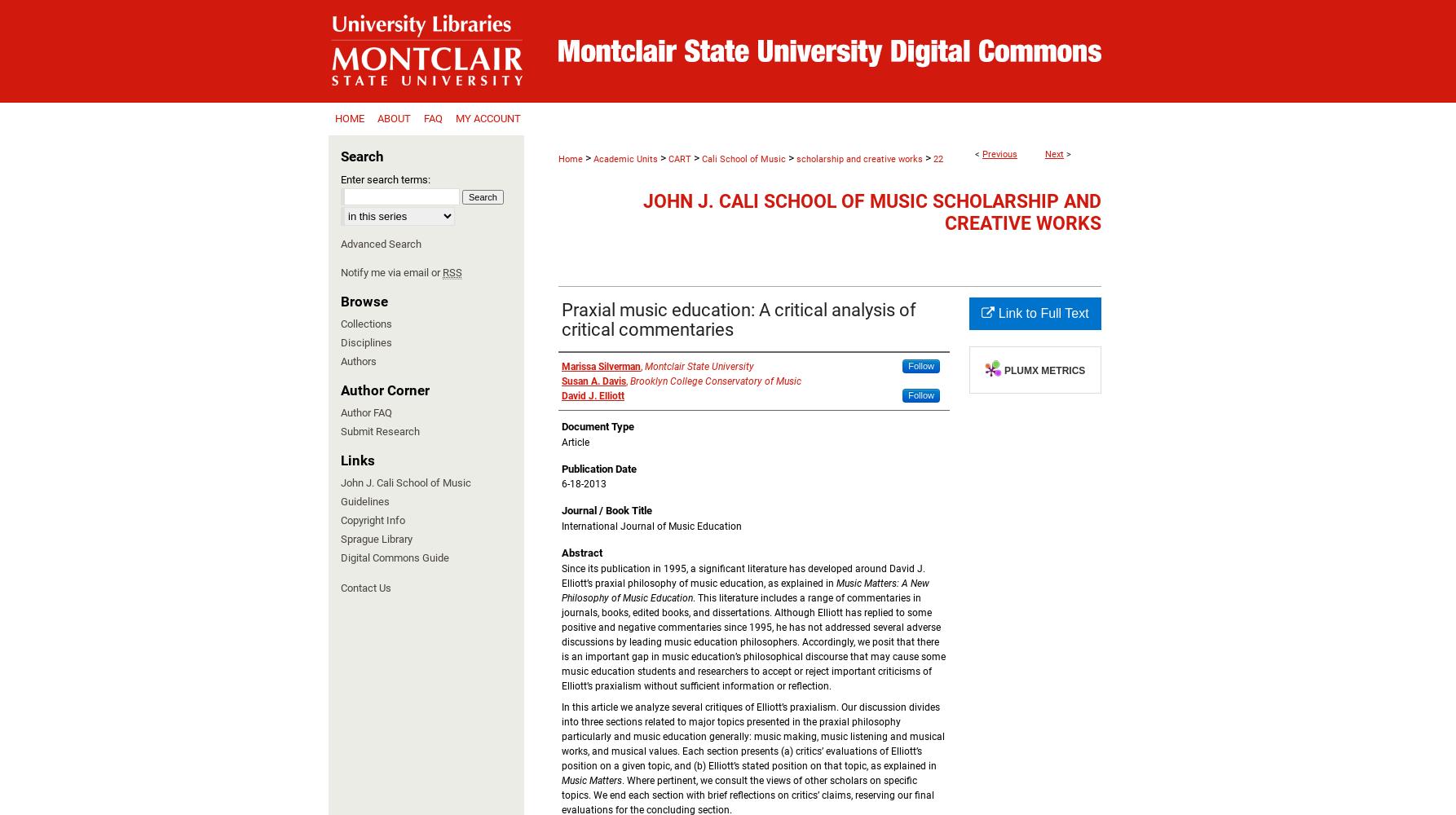  What do you see at coordinates (340, 178) in the screenshot?
I see `'Enter search terms:'` at bounding box center [340, 178].